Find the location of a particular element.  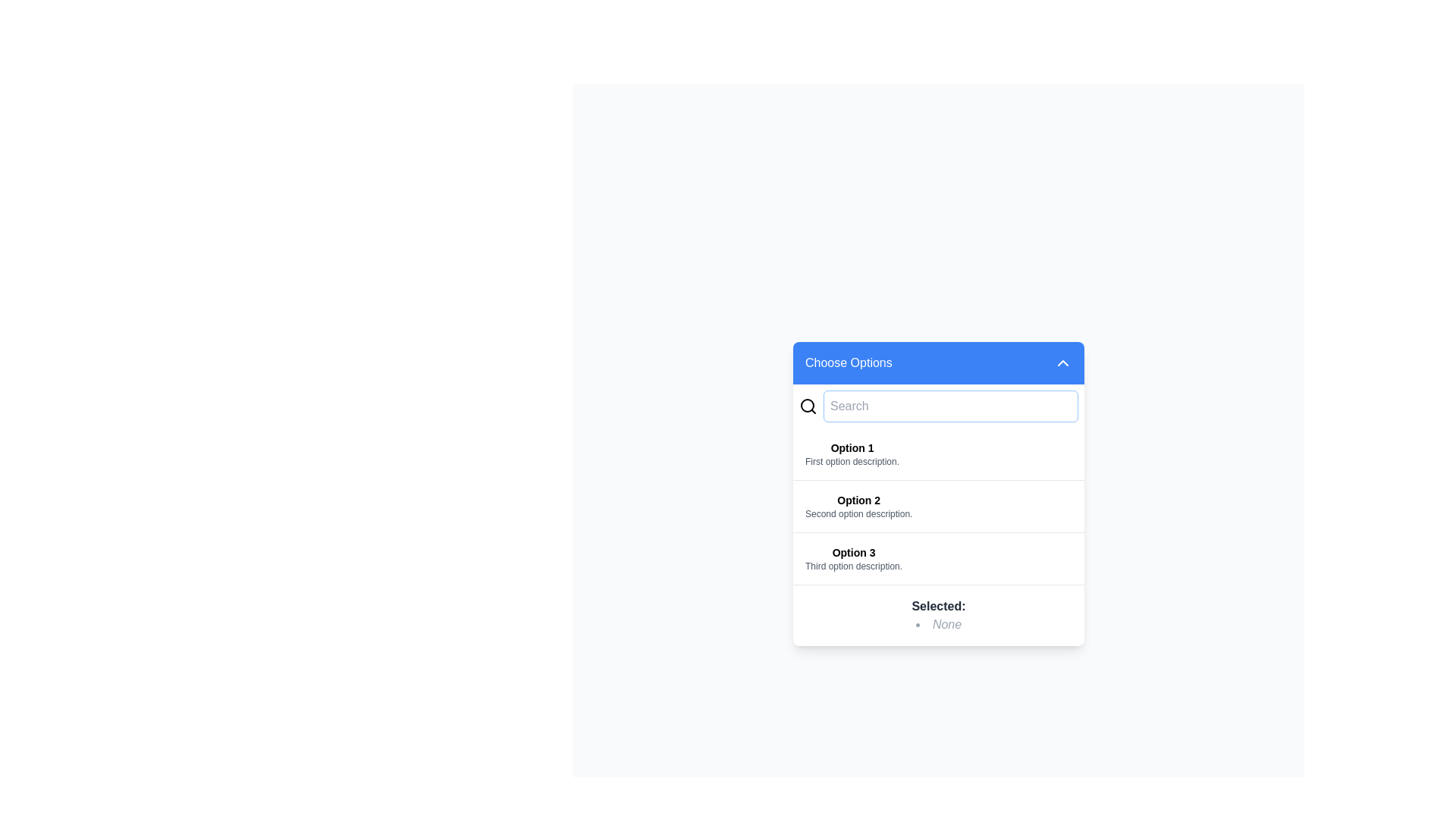

to select 'Option 2' from the dropdown menu, which is the second selectable option positioned between 'Option 1' and 'Option 3' is located at coordinates (858, 506).